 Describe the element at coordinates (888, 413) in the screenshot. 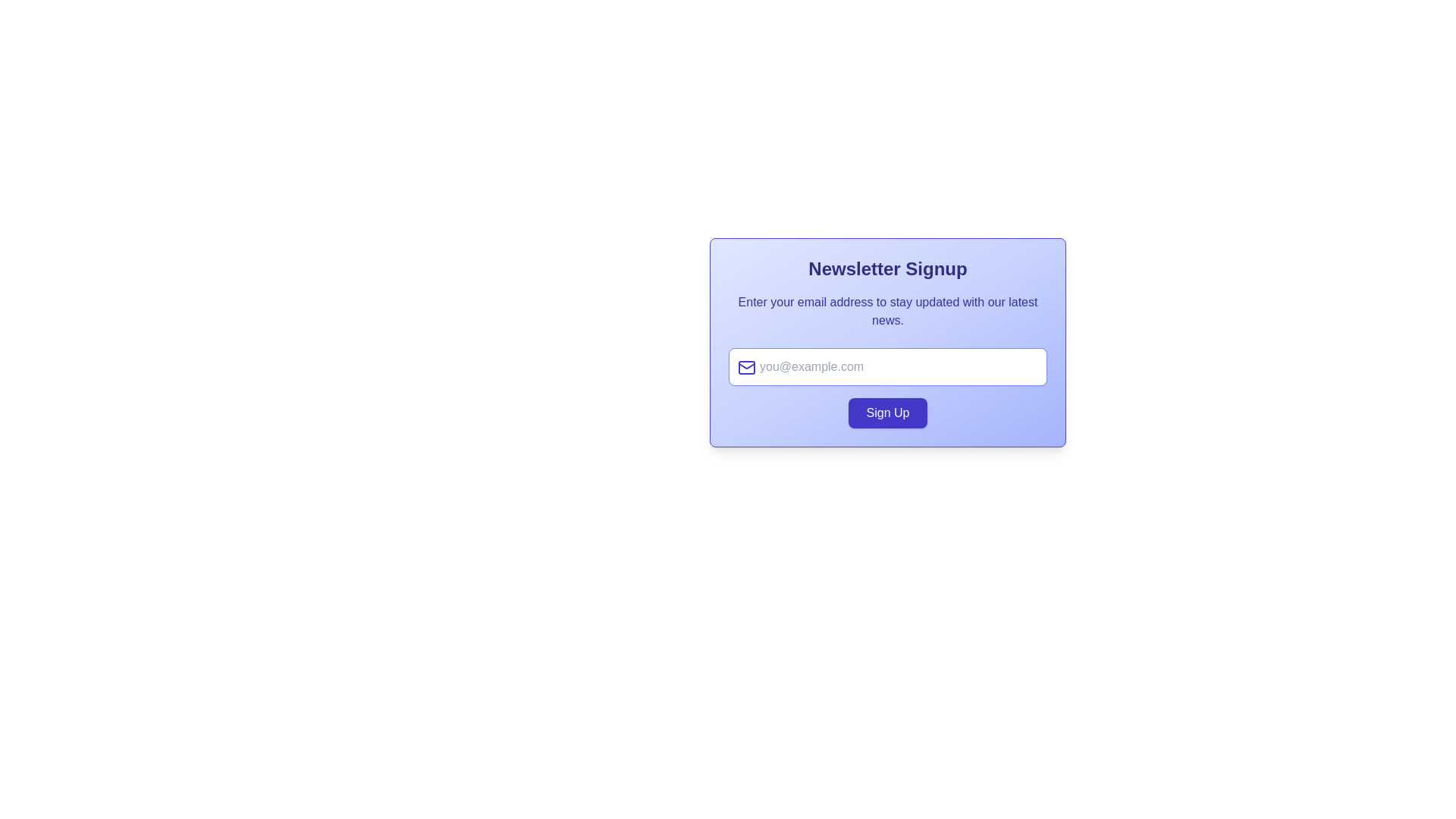

I see `the 'Sign Up' button, which is a deep indigo rectangular button with white text, positioned at the center of the signup form card` at that location.